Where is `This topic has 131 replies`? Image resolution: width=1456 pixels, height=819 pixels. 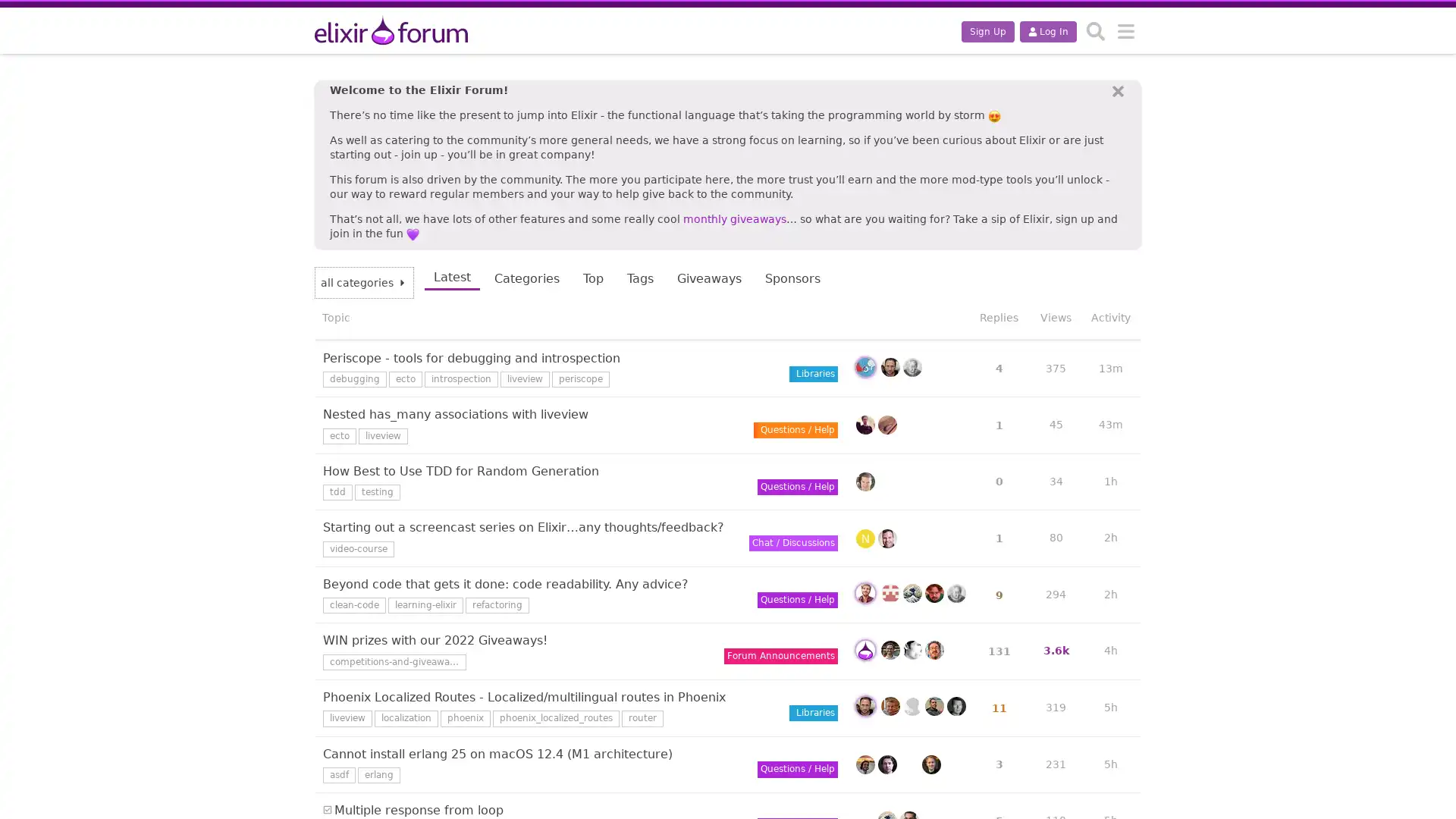
This topic has 131 replies is located at coordinates (377, 221).